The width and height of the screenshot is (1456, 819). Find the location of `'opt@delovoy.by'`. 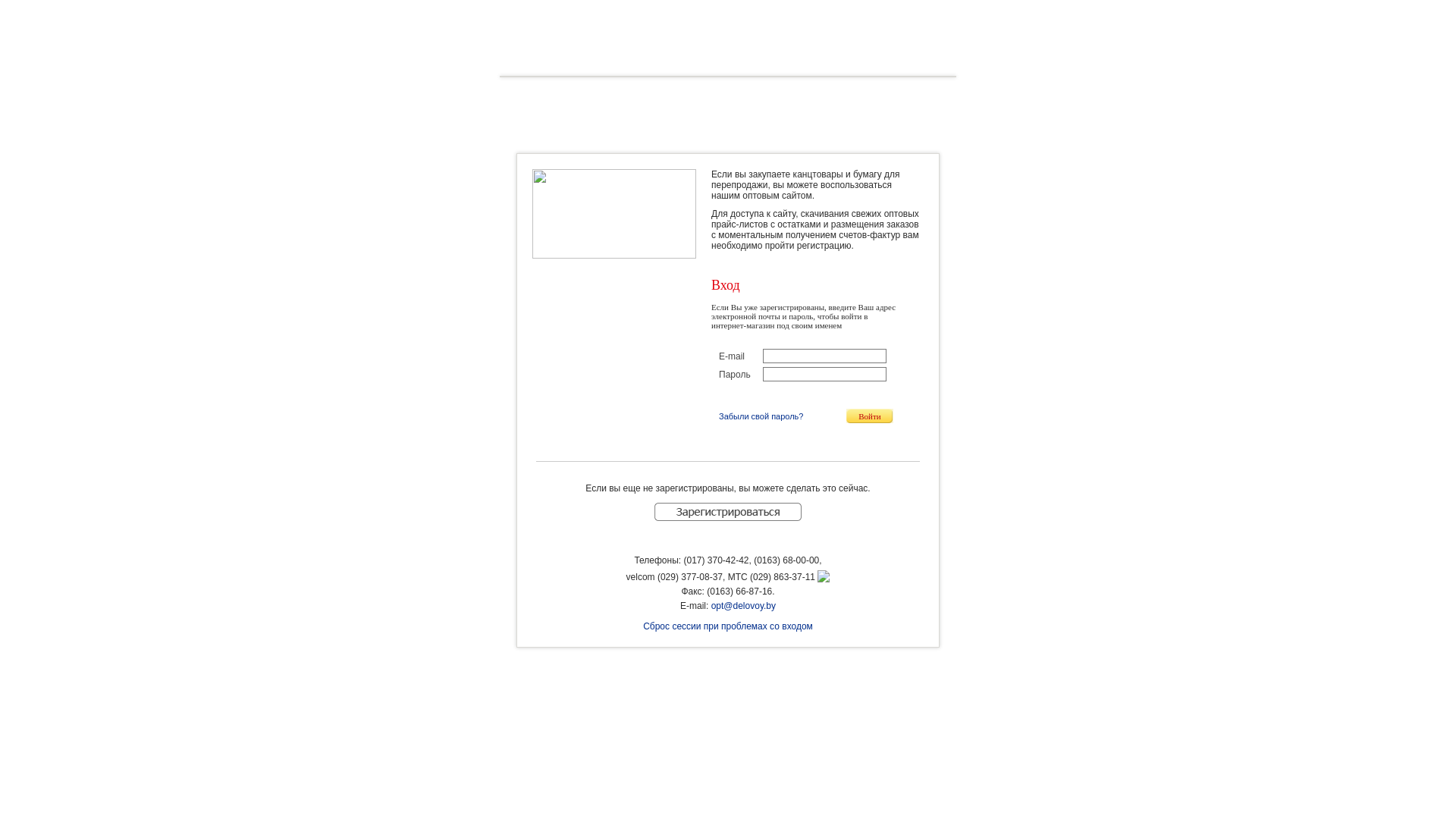

'opt@delovoy.by' is located at coordinates (743, 604).